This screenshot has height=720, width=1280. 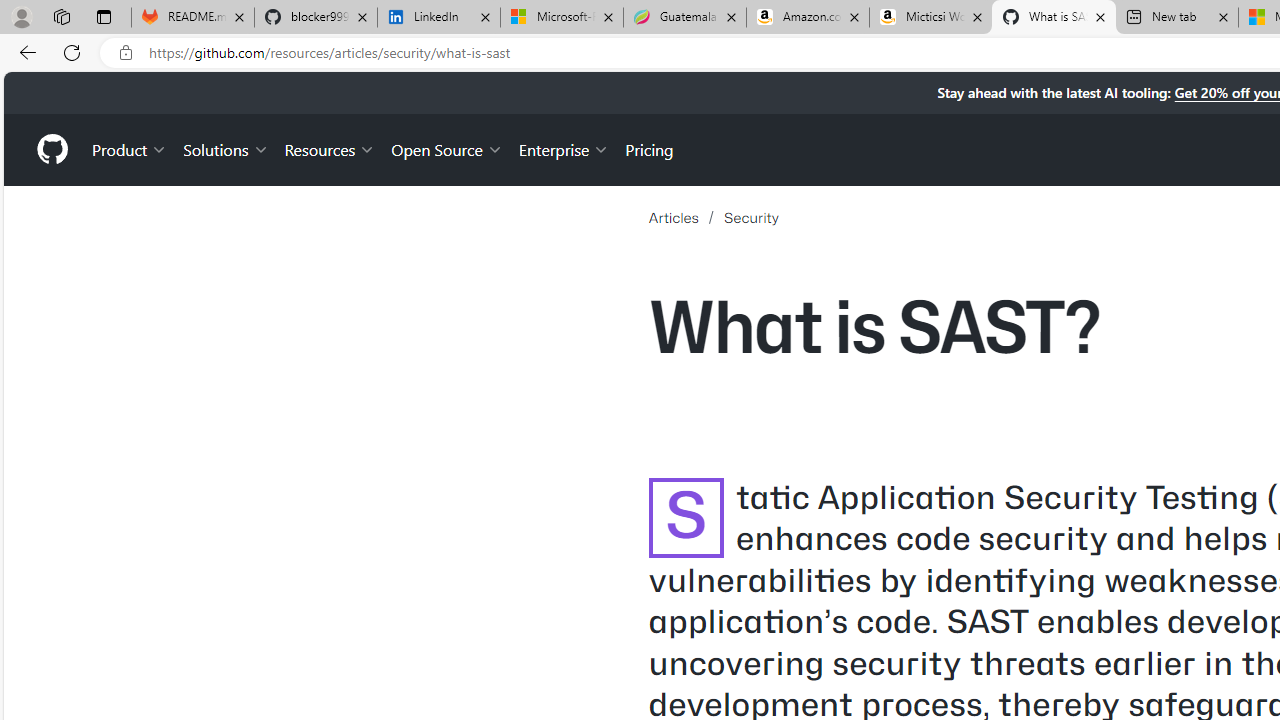 I want to click on 'Product', so click(x=129, y=148).